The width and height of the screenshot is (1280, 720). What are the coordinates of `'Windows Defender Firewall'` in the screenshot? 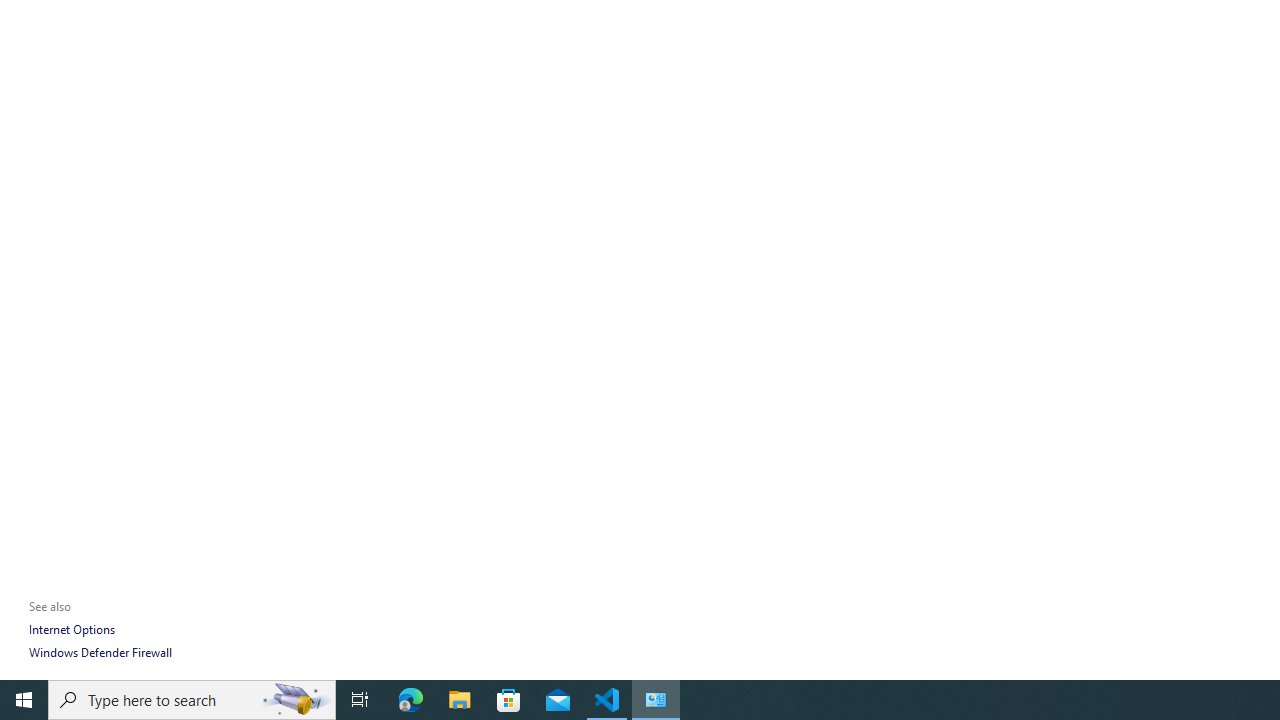 It's located at (99, 652).